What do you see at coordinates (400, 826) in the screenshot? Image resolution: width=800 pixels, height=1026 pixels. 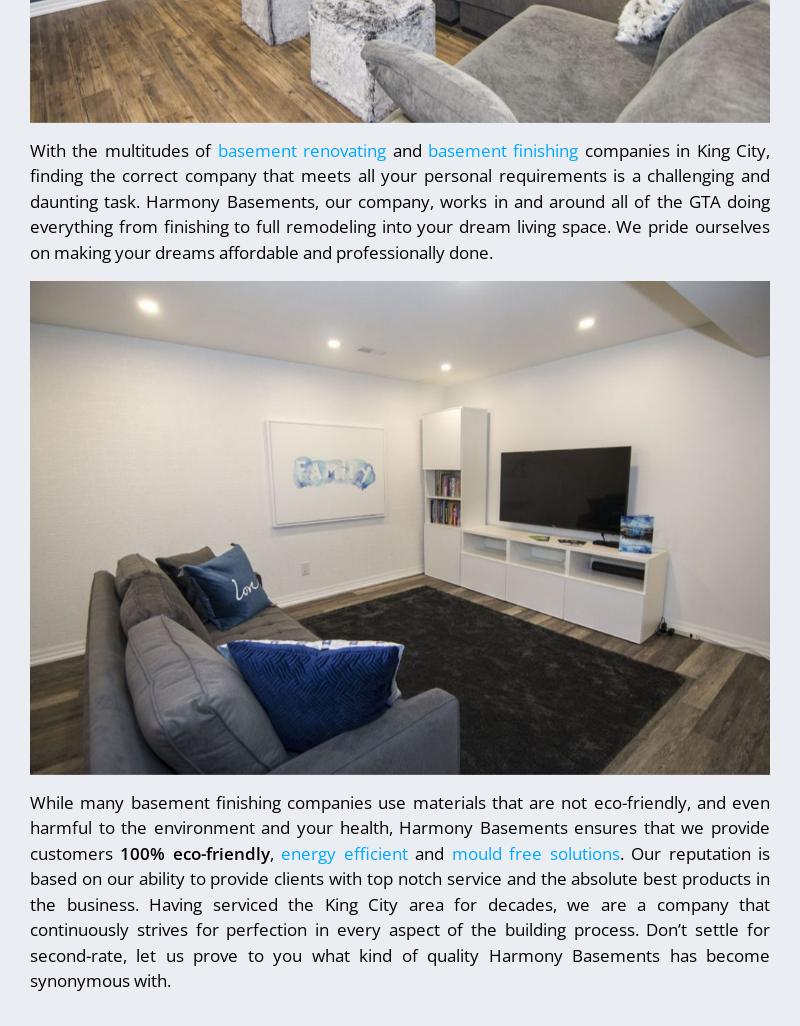 I see `'While many basement finishing companies use materials that are not eco-friendly, and even harmful to the environment and your health, Harmony Basements ensures that we provide customers'` at bounding box center [400, 826].